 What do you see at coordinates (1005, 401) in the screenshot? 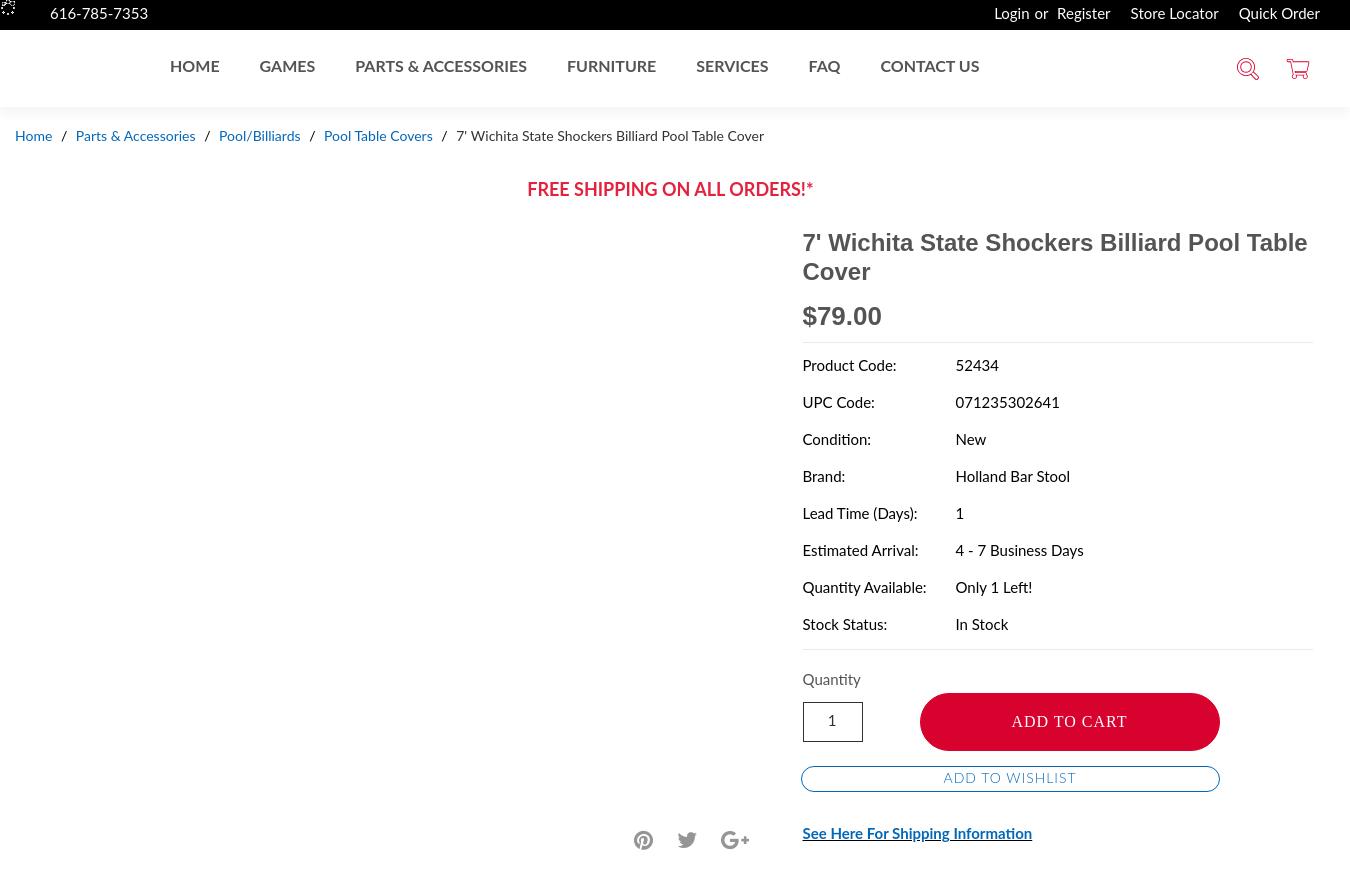
I see `'071235302641'` at bounding box center [1005, 401].